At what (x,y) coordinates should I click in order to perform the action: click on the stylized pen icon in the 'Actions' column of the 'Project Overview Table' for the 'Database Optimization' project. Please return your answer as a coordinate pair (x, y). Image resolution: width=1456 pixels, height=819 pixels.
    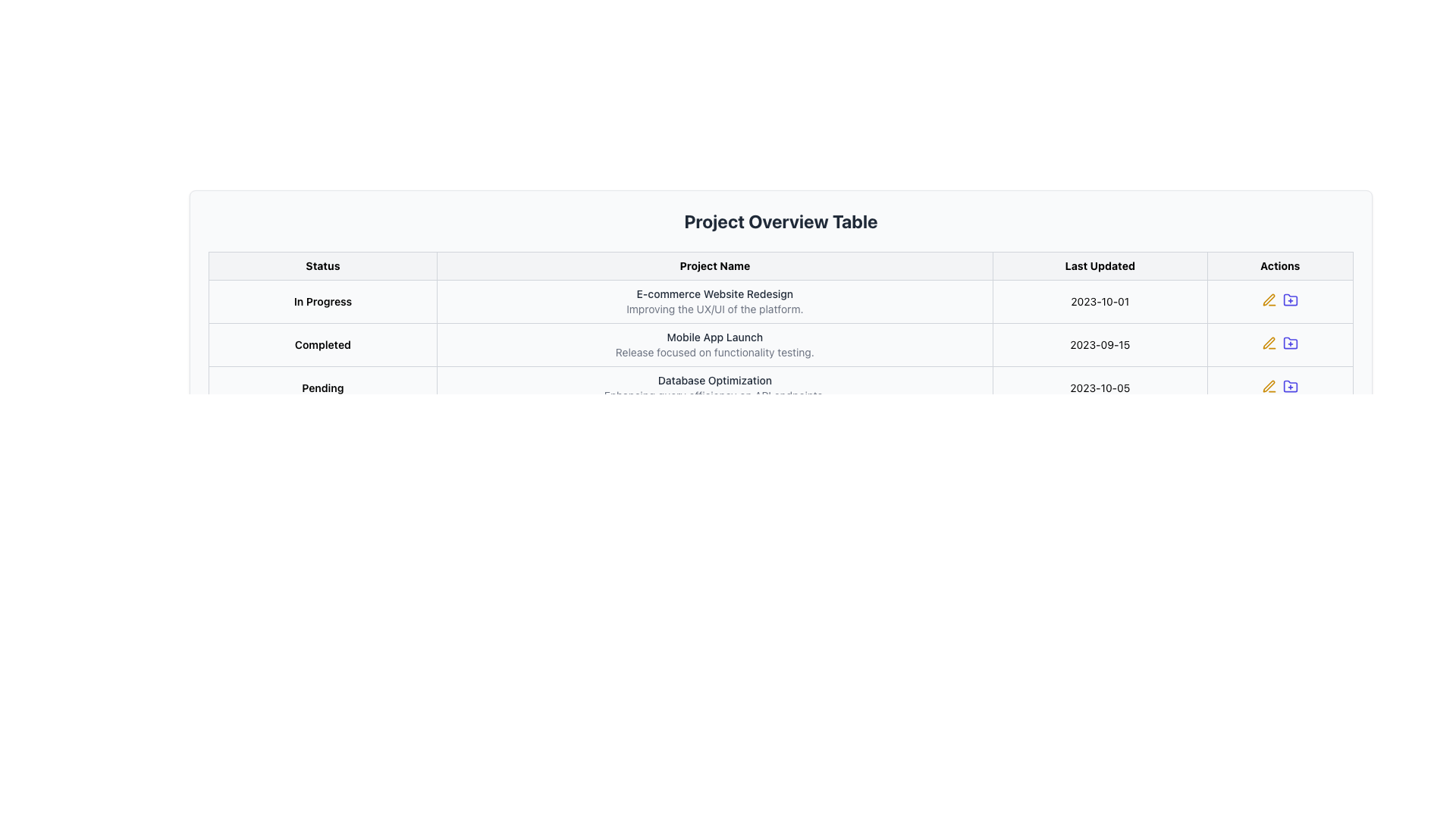
    Looking at the image, I should click on (1269, 385).